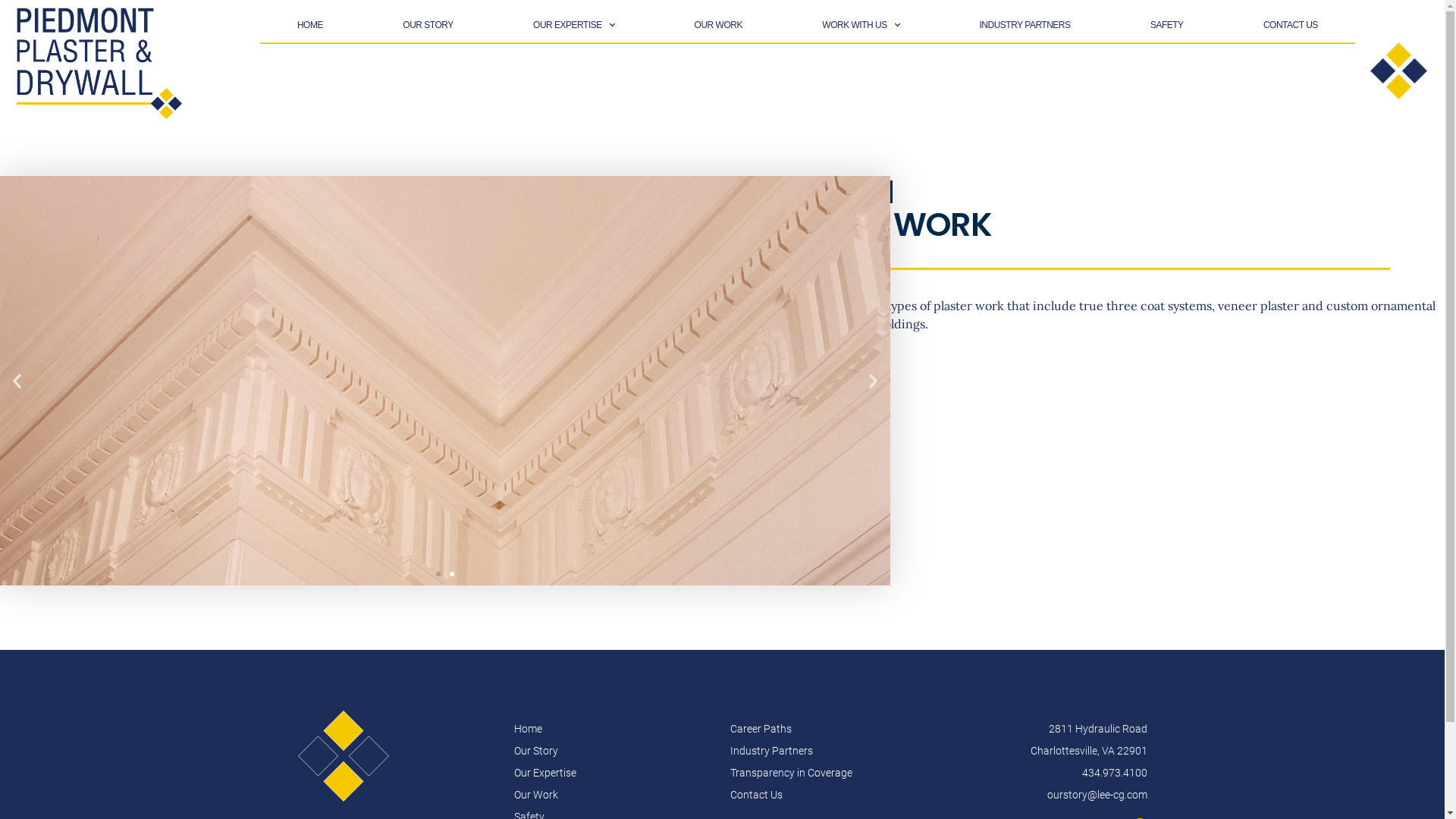 The height and width of the screenshot is (819, 1456). Describe the element at coordinates (829, 773) in the screenshot. I see `'Transparency in Coverage'` at that location.